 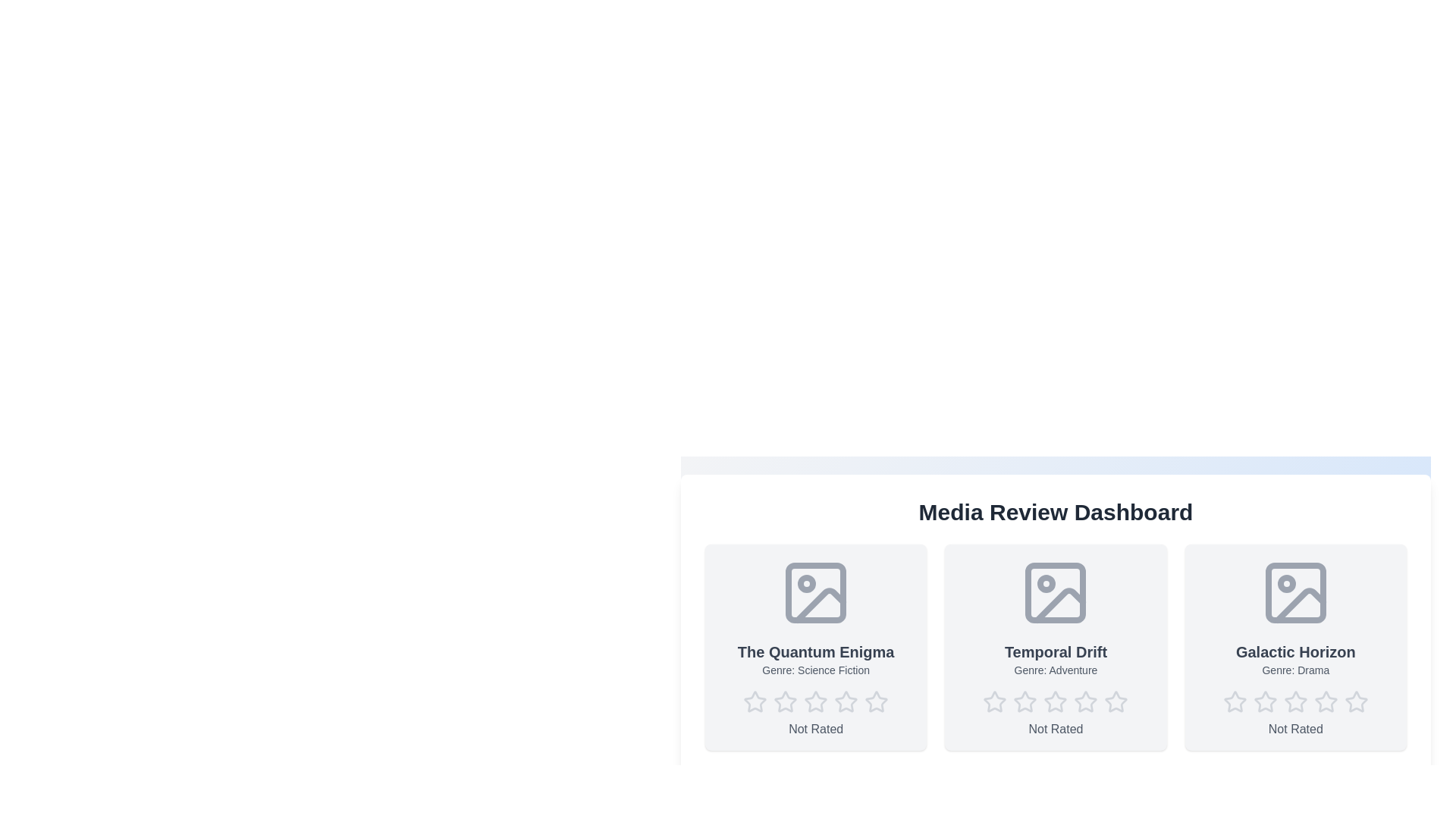 I want to click on the title of the media item Galactic Horizon to select or highlight it, so click(x=1294, y=651).